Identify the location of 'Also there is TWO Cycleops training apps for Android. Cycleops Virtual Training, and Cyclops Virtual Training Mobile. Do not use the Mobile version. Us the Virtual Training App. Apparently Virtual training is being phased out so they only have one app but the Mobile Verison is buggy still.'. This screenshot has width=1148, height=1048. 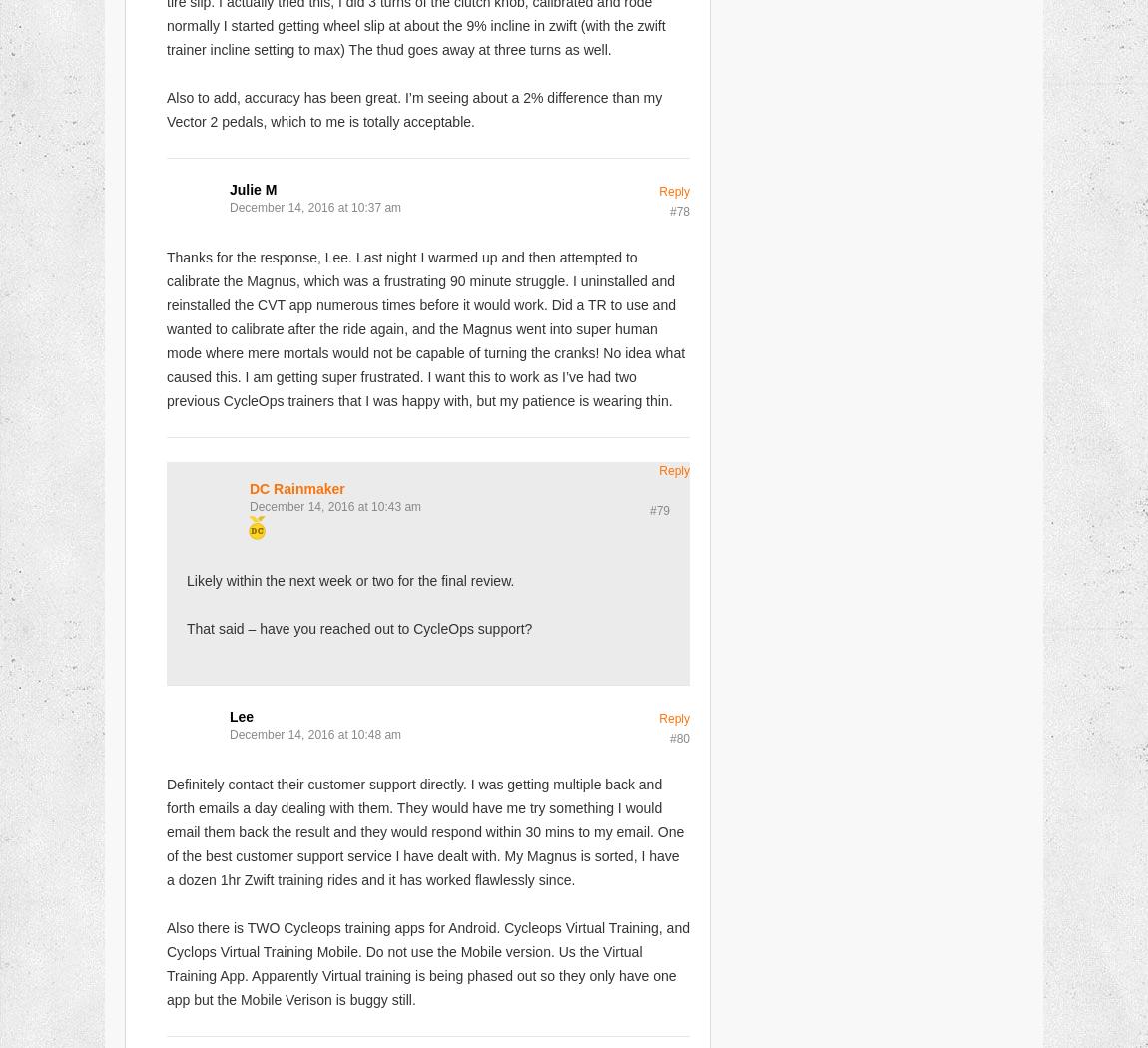
(427, 961).